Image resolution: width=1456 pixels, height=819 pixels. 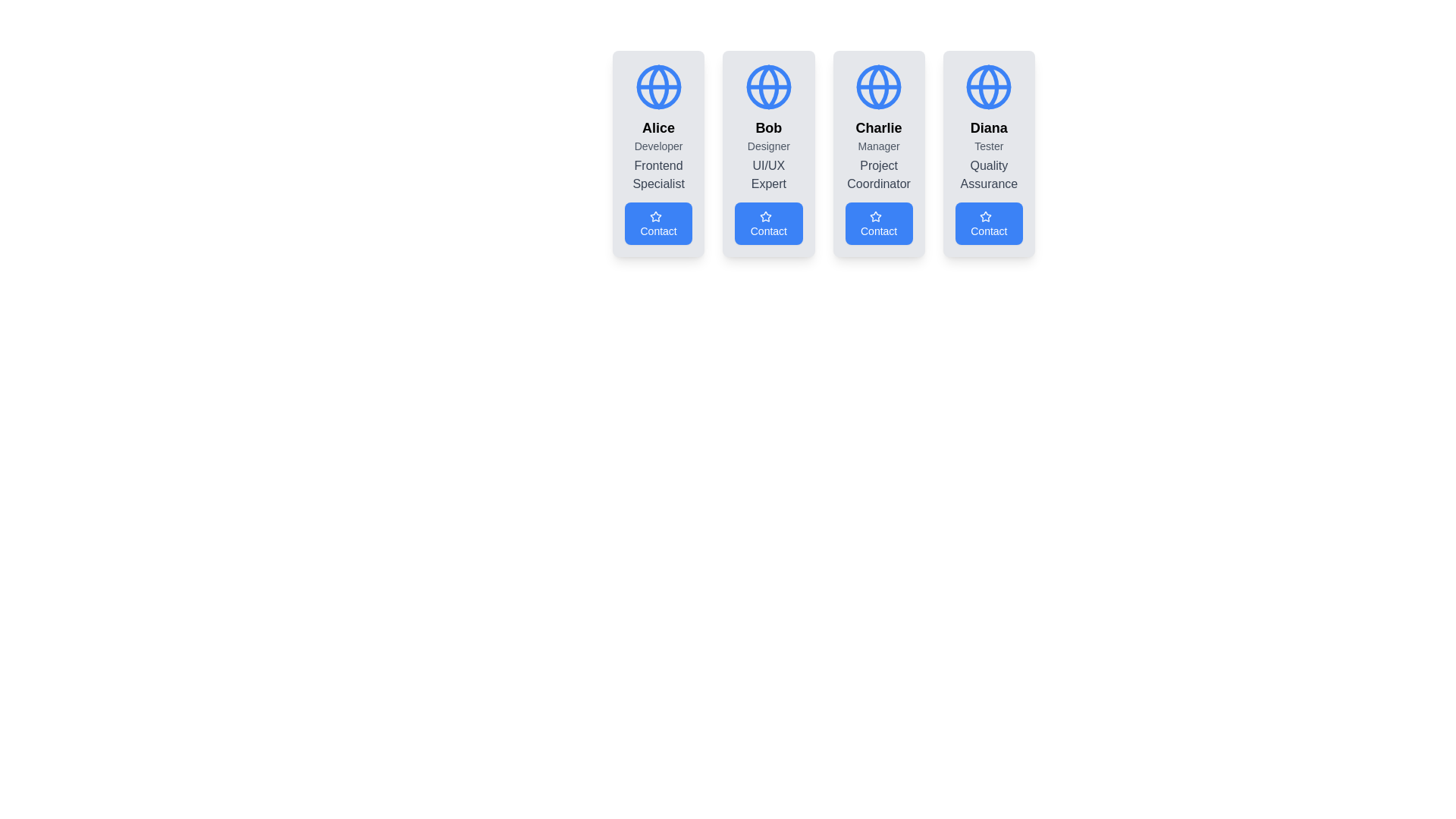 I want to click on the blue rectangular button labeled 'Contact' with an outlined star icon to initiate contact. It is located at the bottom of Charlie's profile card, which is the third card from the left, so click(x=879, y=223).